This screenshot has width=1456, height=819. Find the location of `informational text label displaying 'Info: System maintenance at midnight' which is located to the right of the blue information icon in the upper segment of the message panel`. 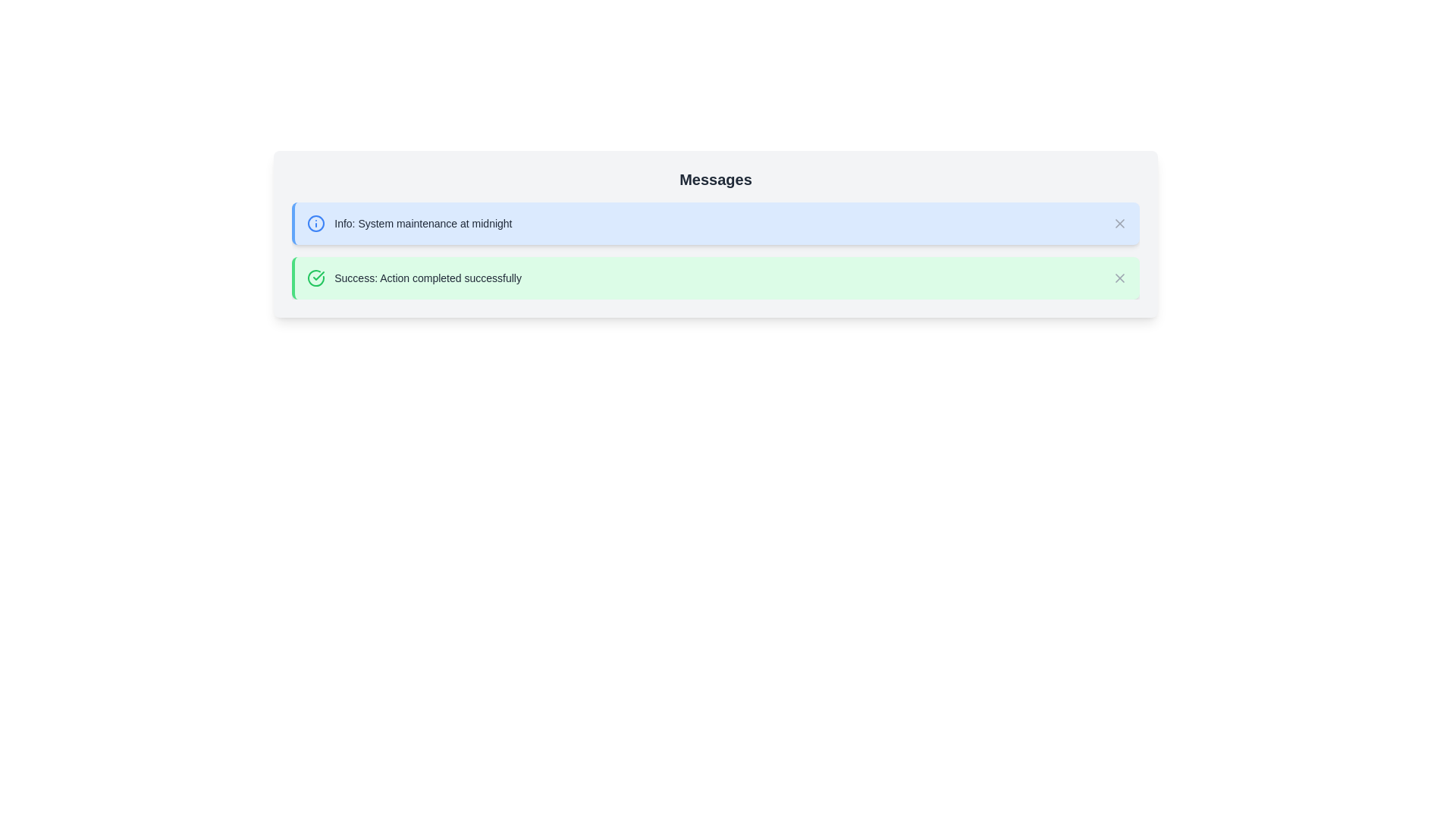

informational text label displaying 'Info: System maintenance at midnight' which is located to the right of the blue information icon in the upper segment of the message panel is located at coordinates (423, 223).